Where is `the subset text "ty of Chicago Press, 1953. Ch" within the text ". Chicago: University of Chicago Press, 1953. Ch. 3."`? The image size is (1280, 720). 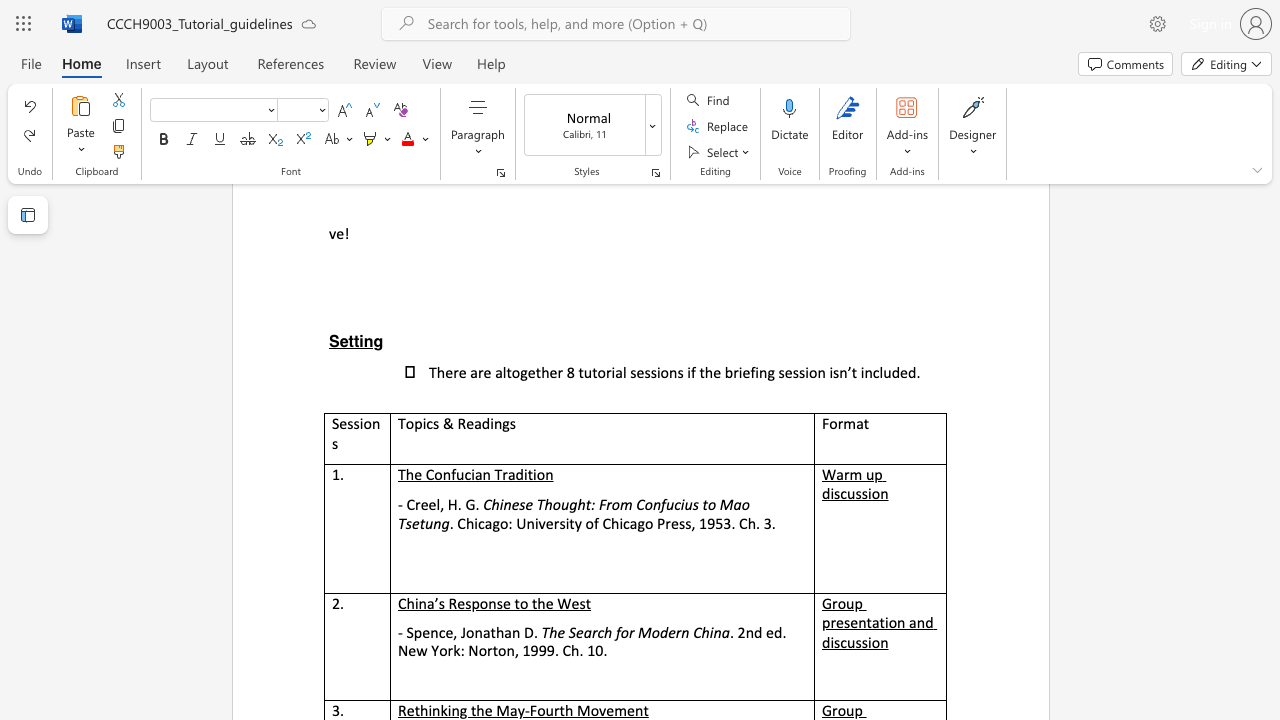 the subset text "ty of Chicago Press, 1953. Ch" within the text ". Chicago: University of Chicago Press, 1953. Ch. 3." is located at coordinates (568, 522).